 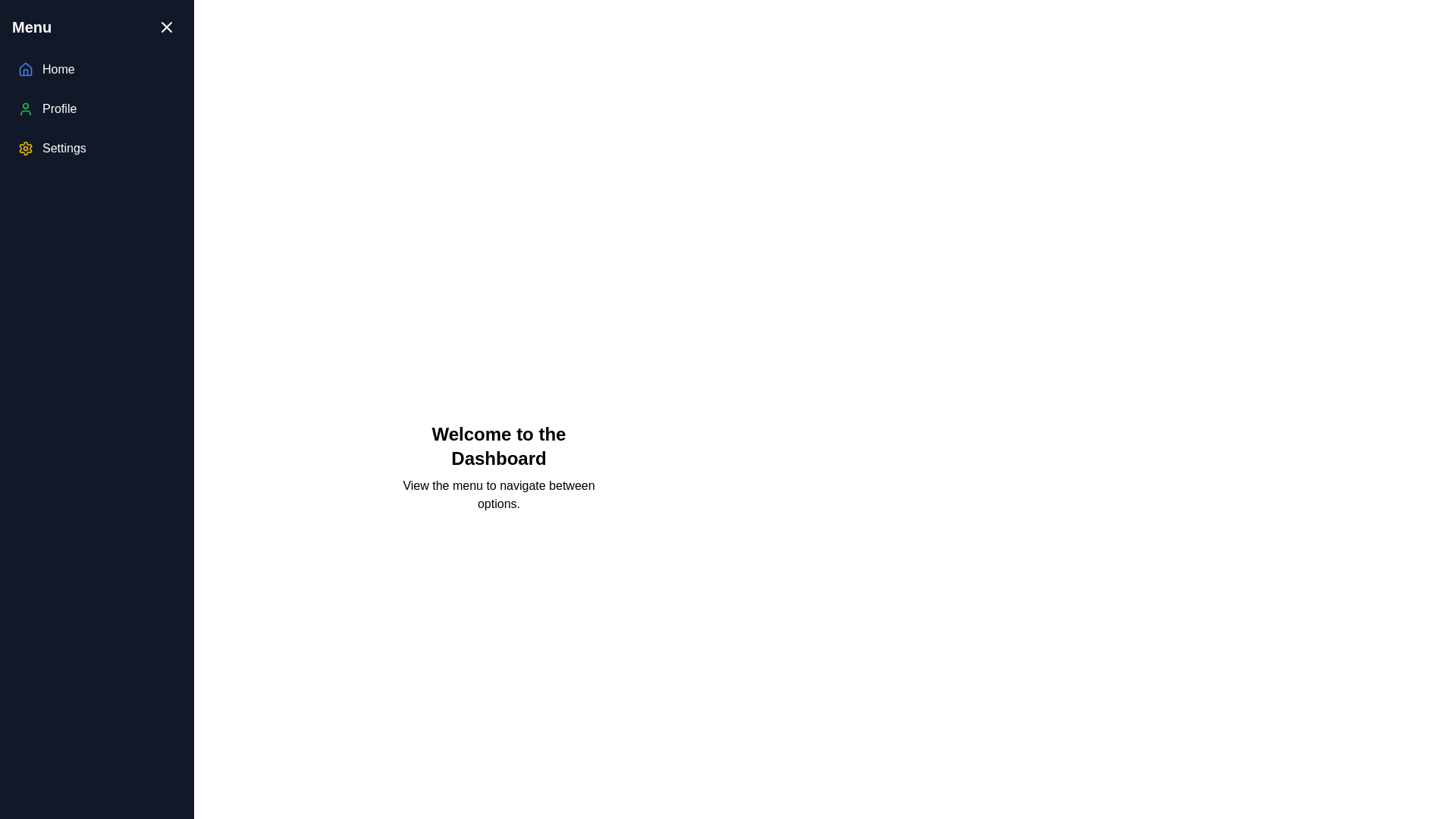 What do you see at coordinates (59, 108) in the screenshot?
I see `the 'Profile' text label located in the vertical navigation menu` at bounding box center [59, 108].